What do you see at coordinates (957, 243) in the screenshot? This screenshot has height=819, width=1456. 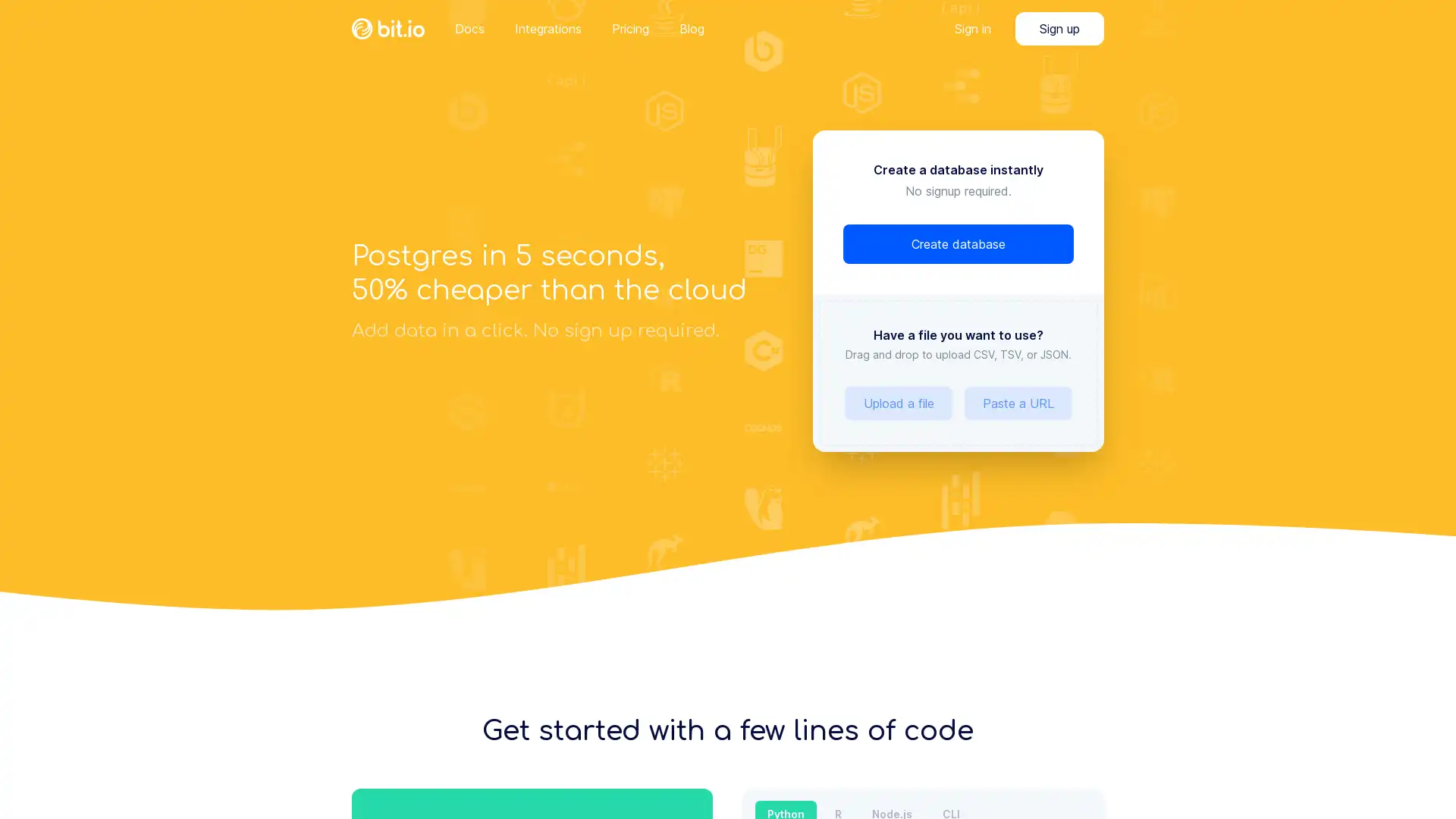 I see `Create database` at bounding box center [957, 243].